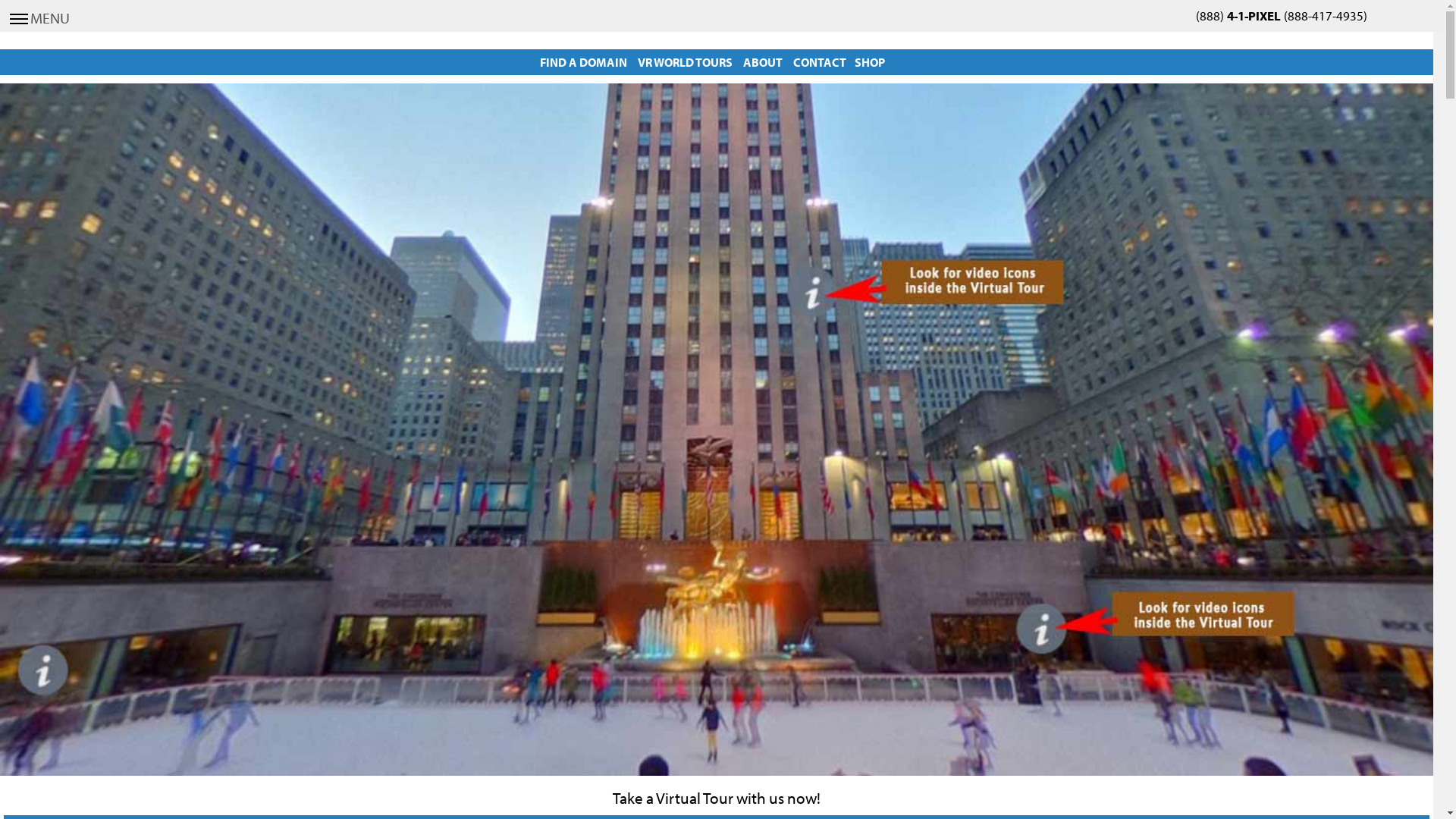 The image size is (1456, 819). What do you see at coordinates (870, 61) in the screenshot?
I see `'SHOP'` at bounding box center [870, 61].